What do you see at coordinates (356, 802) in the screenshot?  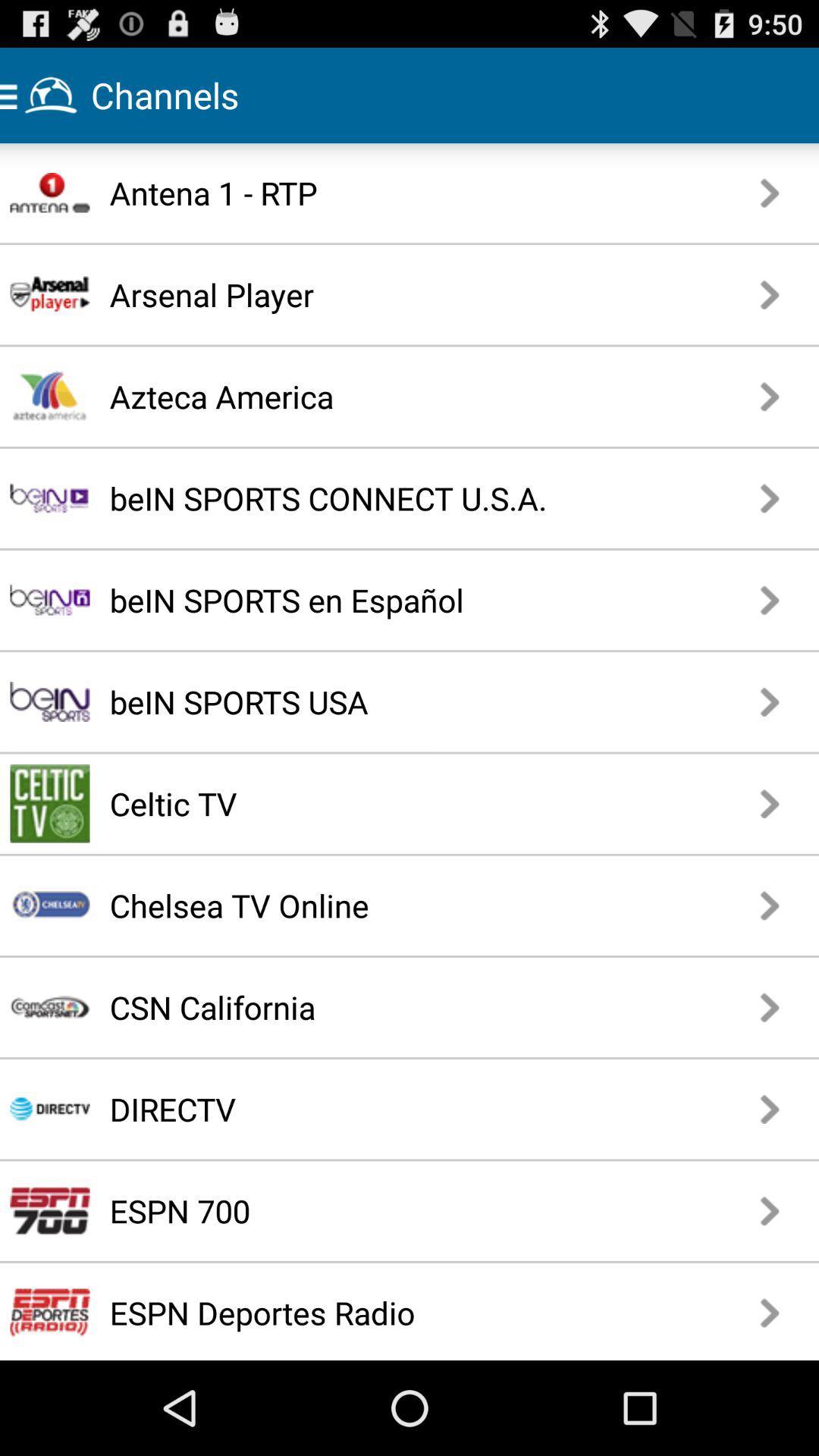 I see `the item below the bein sports usa` at bounding box center [356, 802].